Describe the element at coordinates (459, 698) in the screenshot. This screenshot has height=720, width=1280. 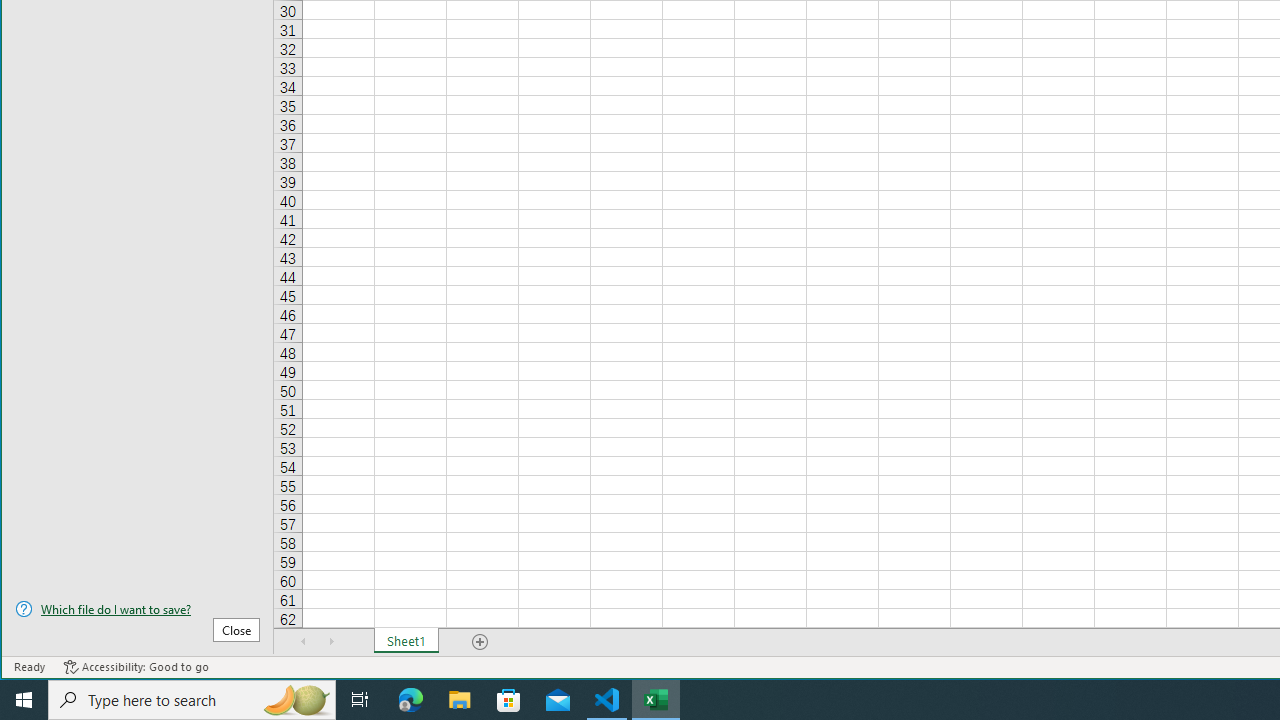
I see `'File Explorer'` at that location.